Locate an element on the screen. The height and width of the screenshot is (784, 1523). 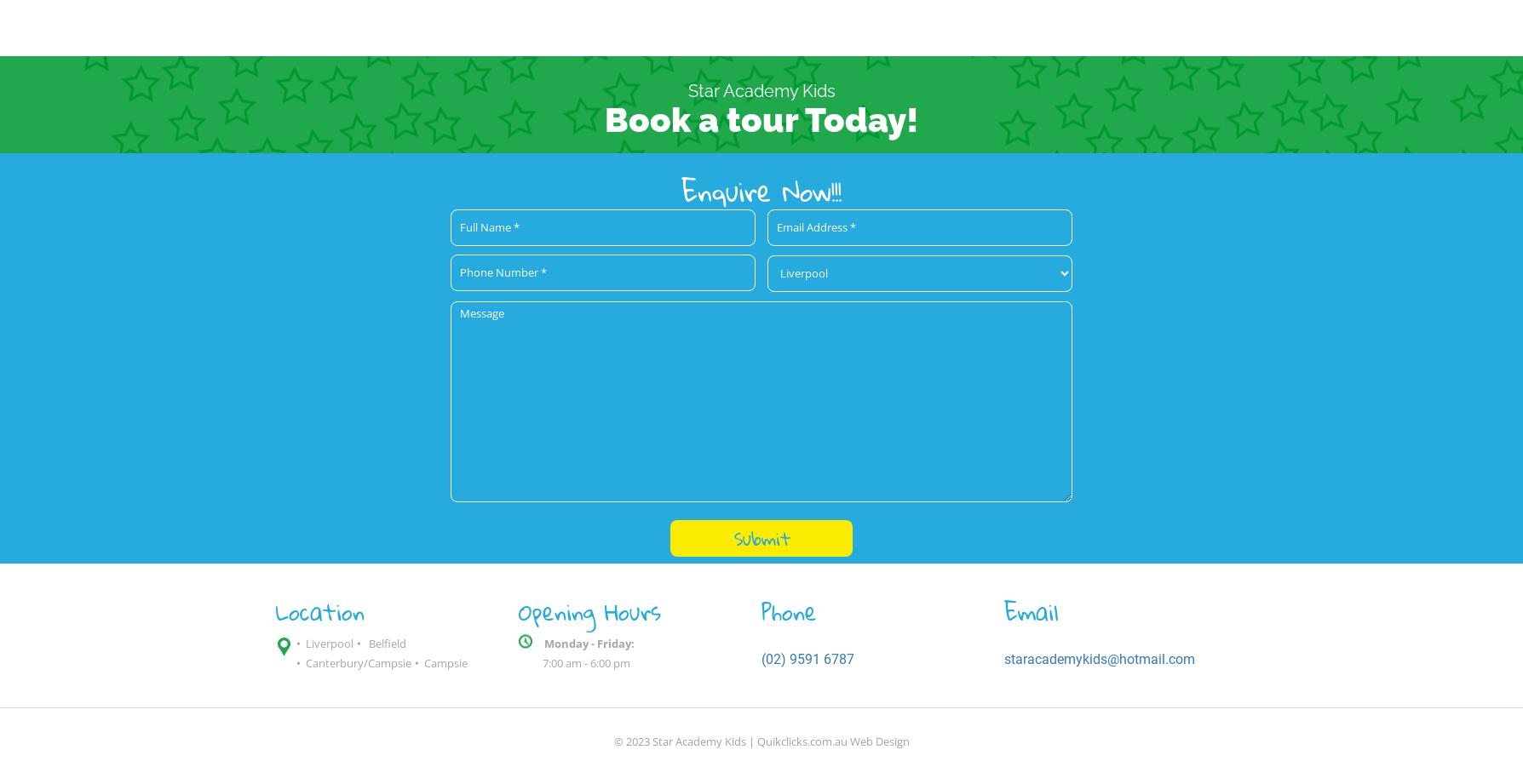
'(02) 9591 6787' is located at coordinates (761, 657).